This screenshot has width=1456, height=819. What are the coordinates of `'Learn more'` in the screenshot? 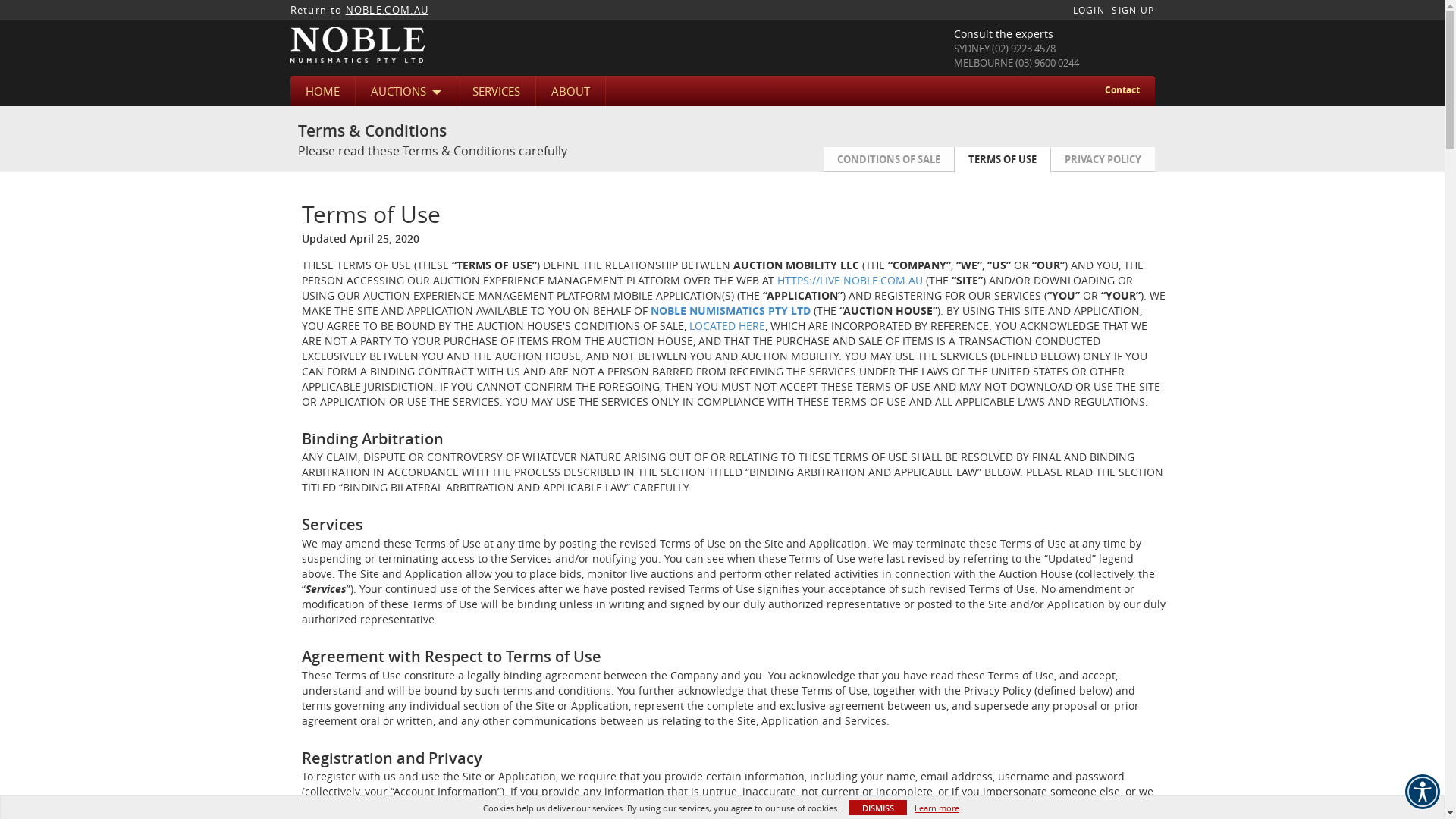 It's located at (936, 807).